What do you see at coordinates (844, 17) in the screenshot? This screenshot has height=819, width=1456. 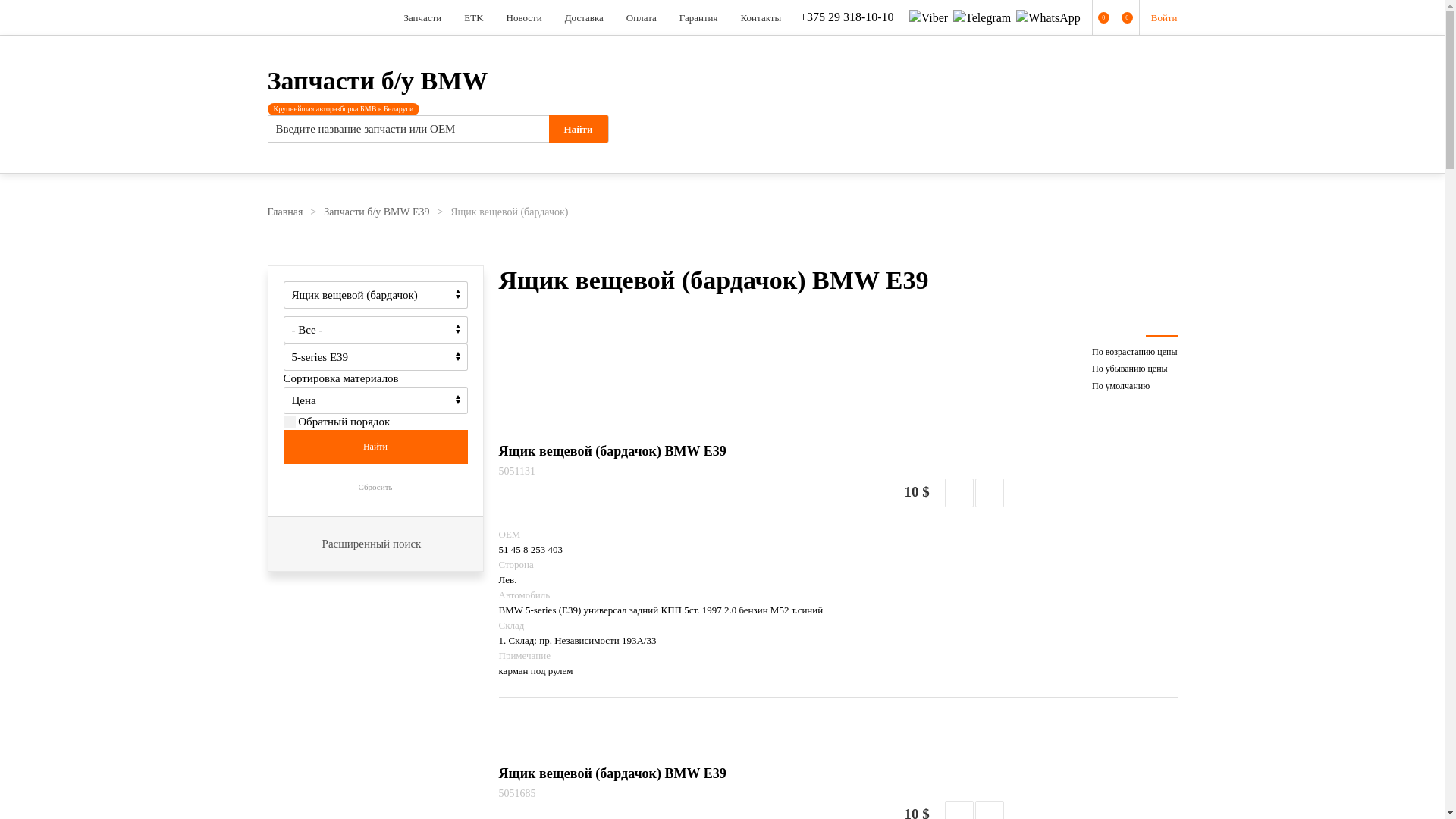 I see `'+375 29 318-10-10'` at bounding box center [844, 17].